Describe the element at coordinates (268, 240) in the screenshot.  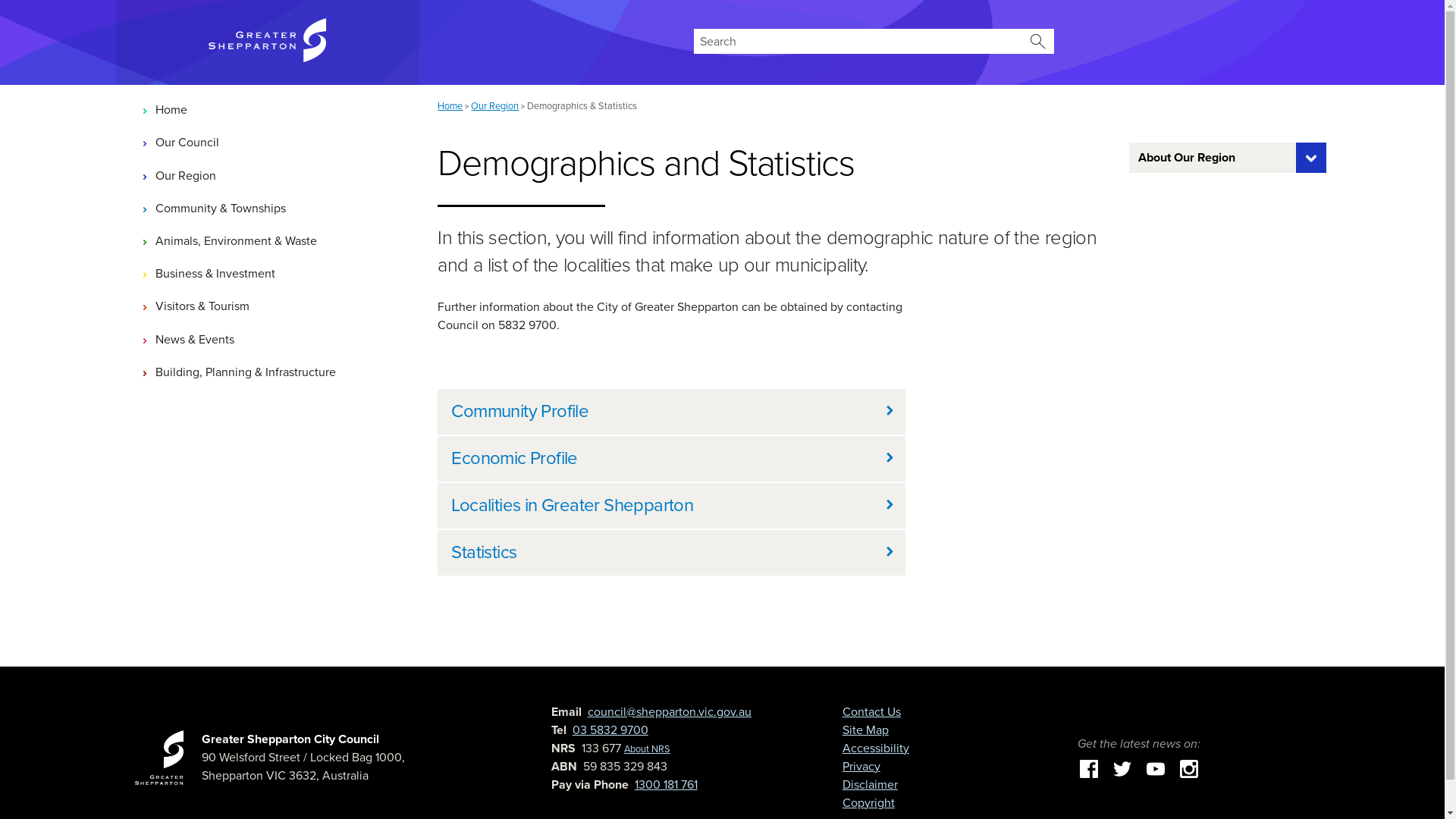
I see `'Animals, Environment & Waste'` at that location.